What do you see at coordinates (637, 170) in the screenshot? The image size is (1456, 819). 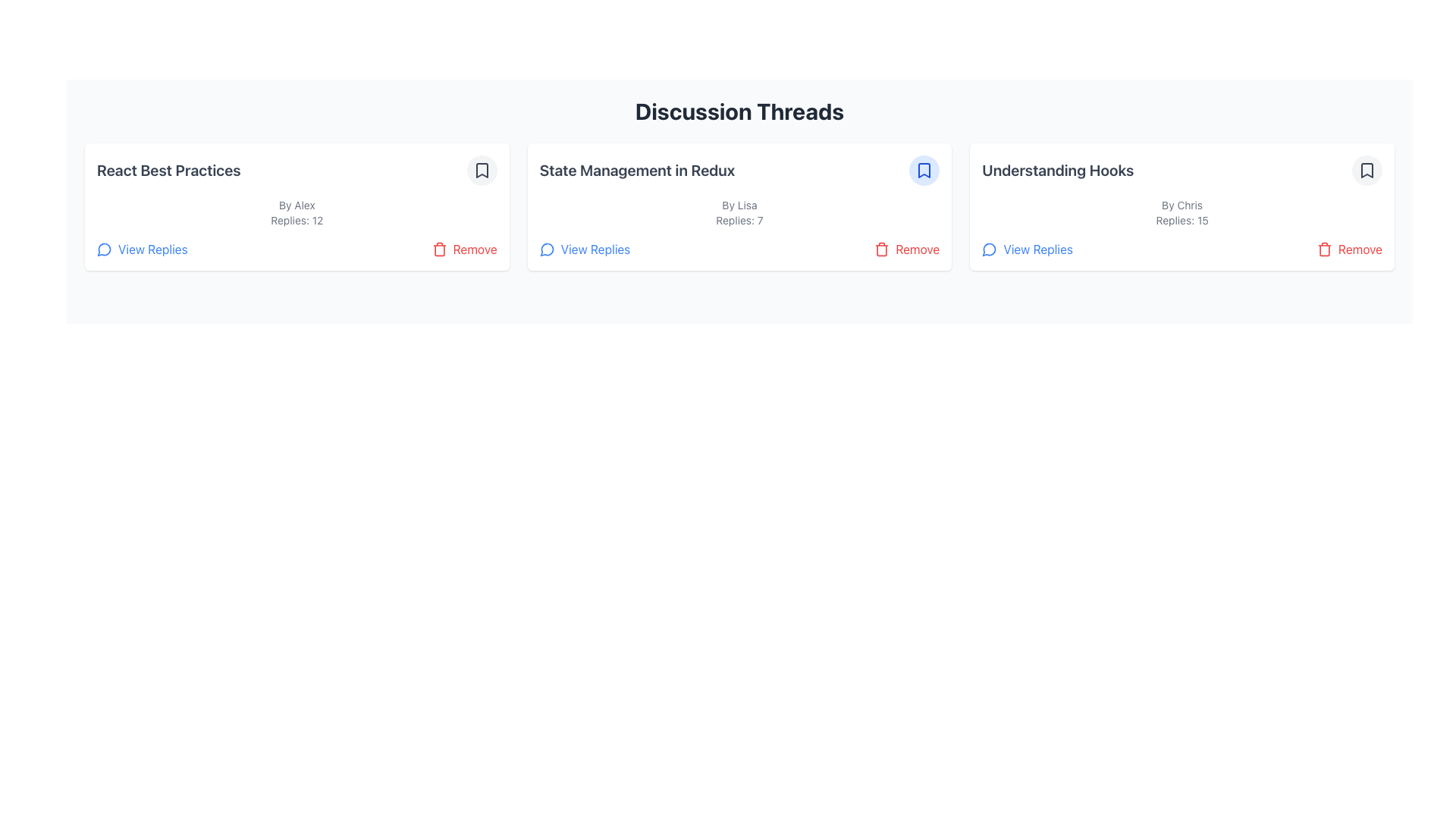 I see `the text component displaying the title 'State Management in Redux' which is prominently positioned in the middle discussion thread card, above the text 'By Lisa Replies: 7'` at bounding box center [637, 170].